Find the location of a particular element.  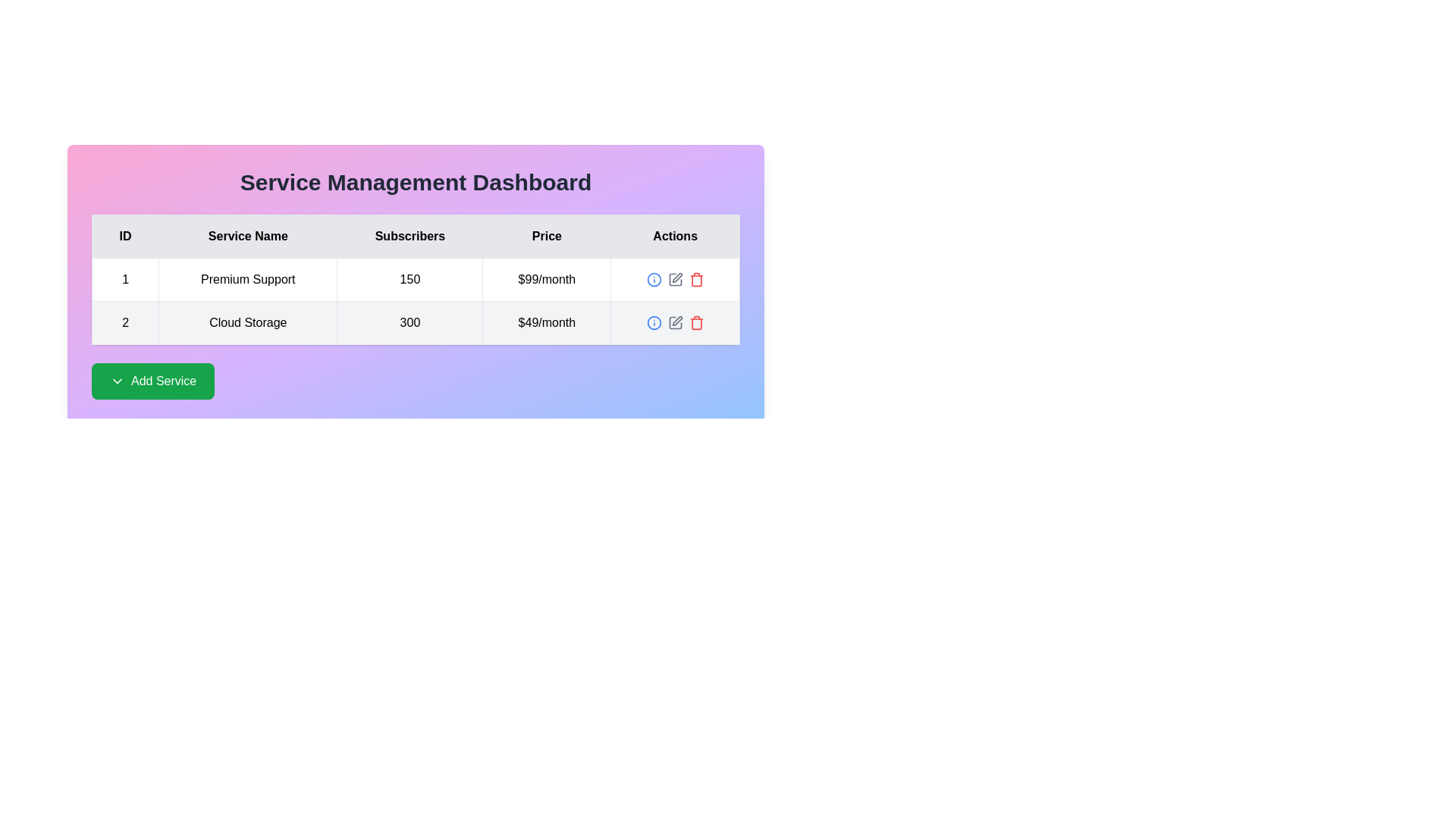

the red trash can icon in the Actions section of the row corresponding to 'Premium Support' is located at coordinates (695, 280).